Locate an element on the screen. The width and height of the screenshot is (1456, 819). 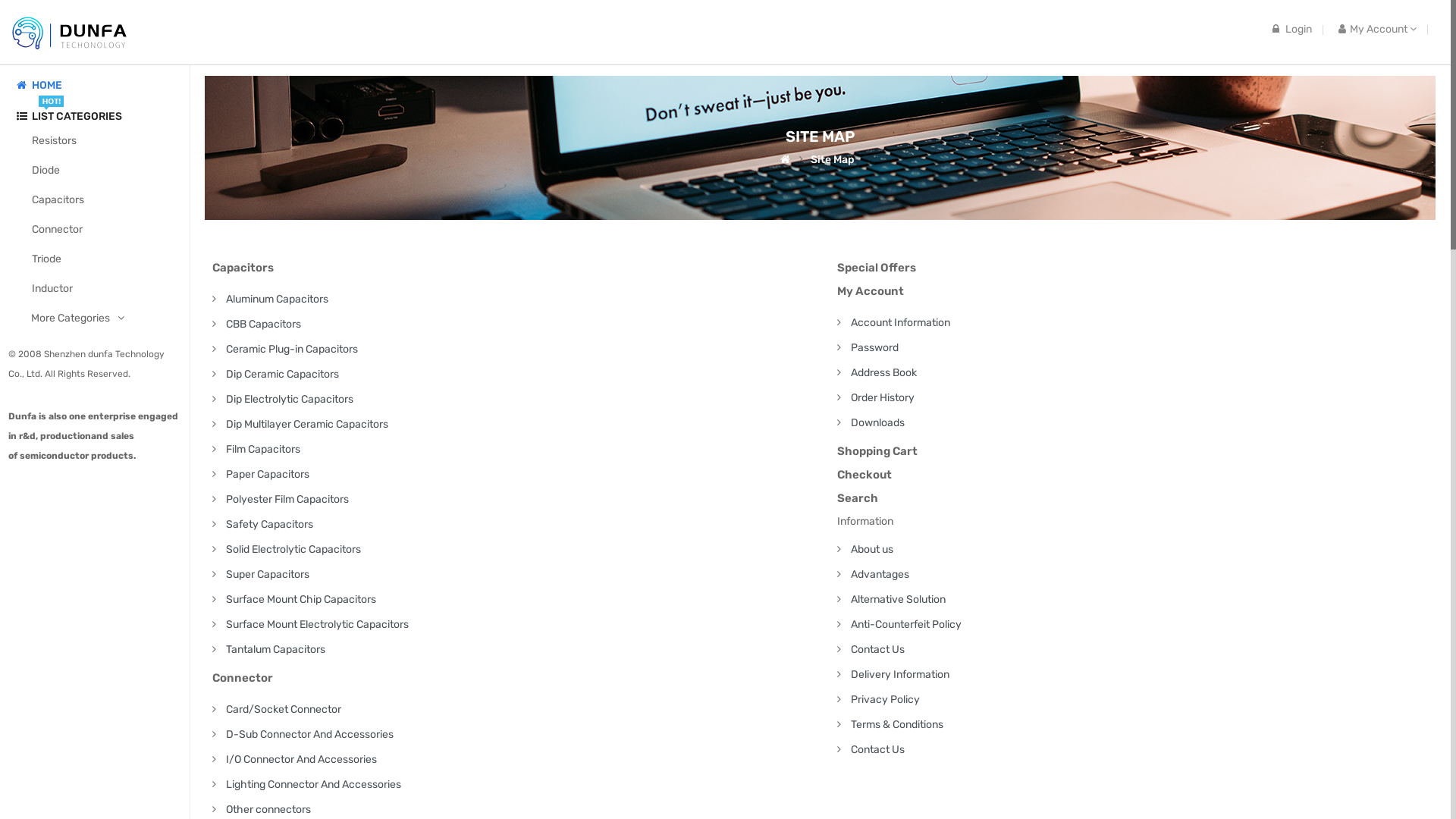
'Rapidtronics' is located at coordinates (11, 32).